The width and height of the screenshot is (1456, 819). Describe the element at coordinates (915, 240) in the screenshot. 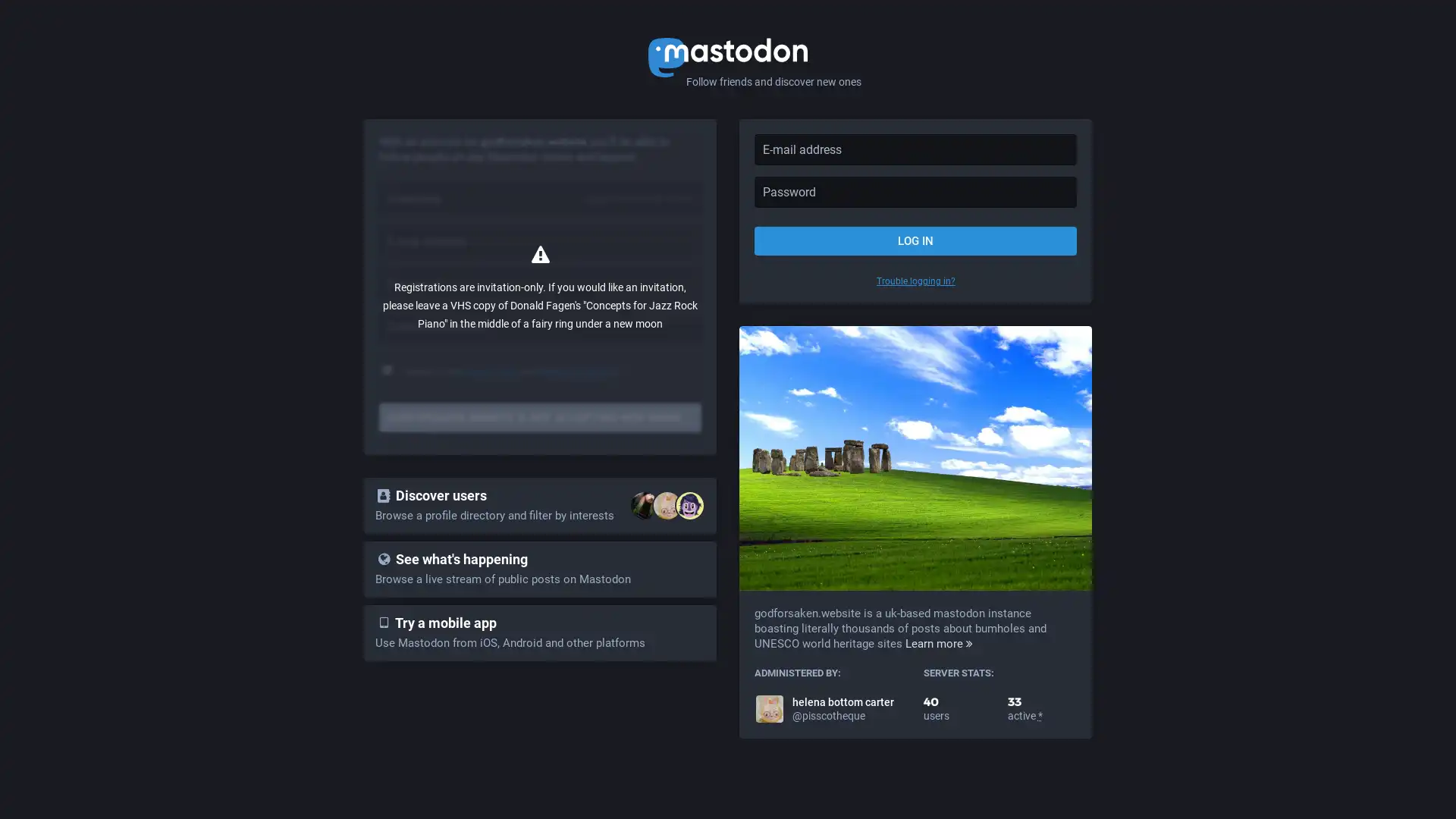

I see `LOG IN` at that location.